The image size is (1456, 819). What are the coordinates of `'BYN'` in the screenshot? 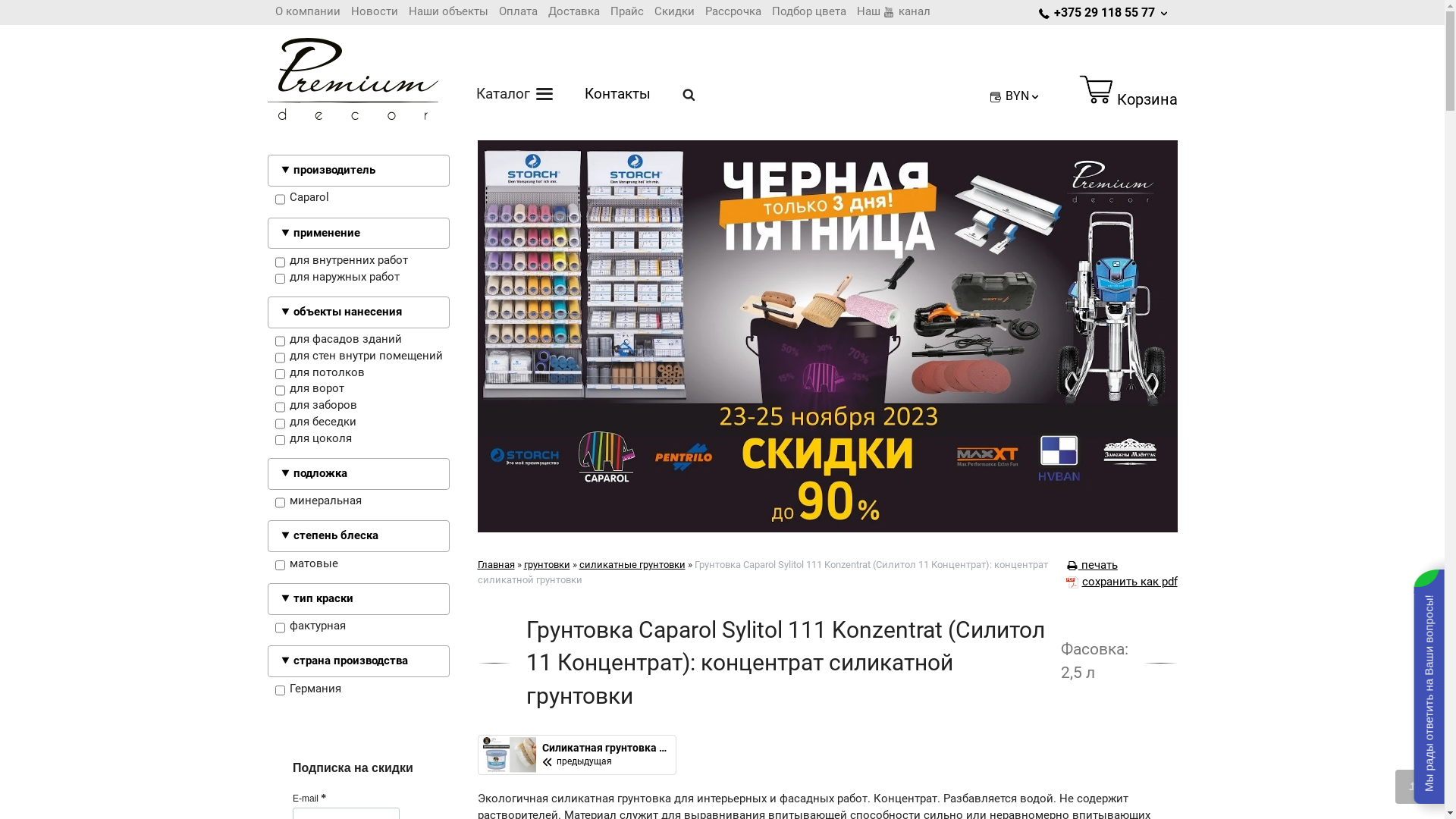 It's located at (1015, 96).